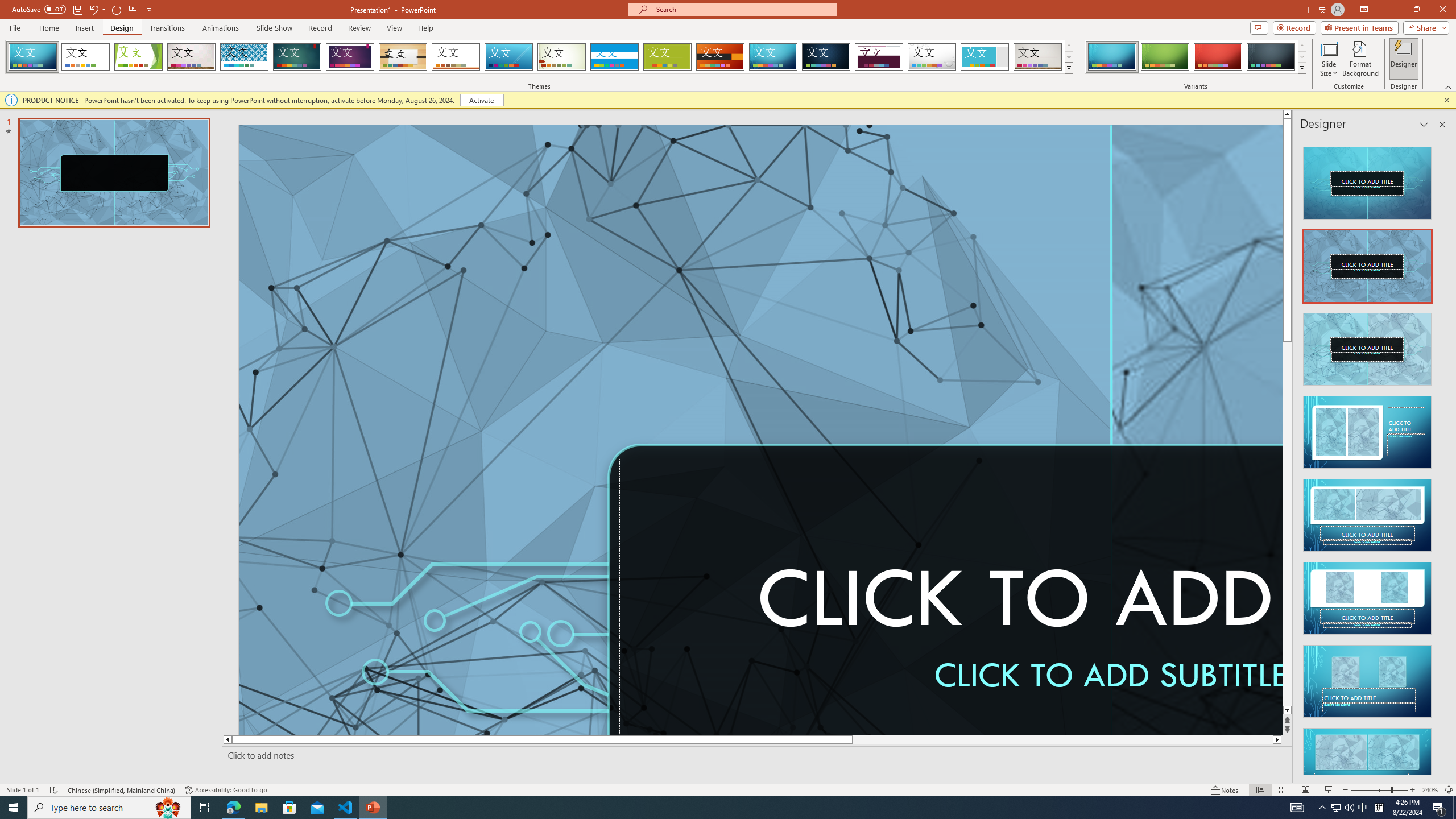  Describe the element at coordinates (482, 100) in the screenshot. I see `'Activate'` at that location.